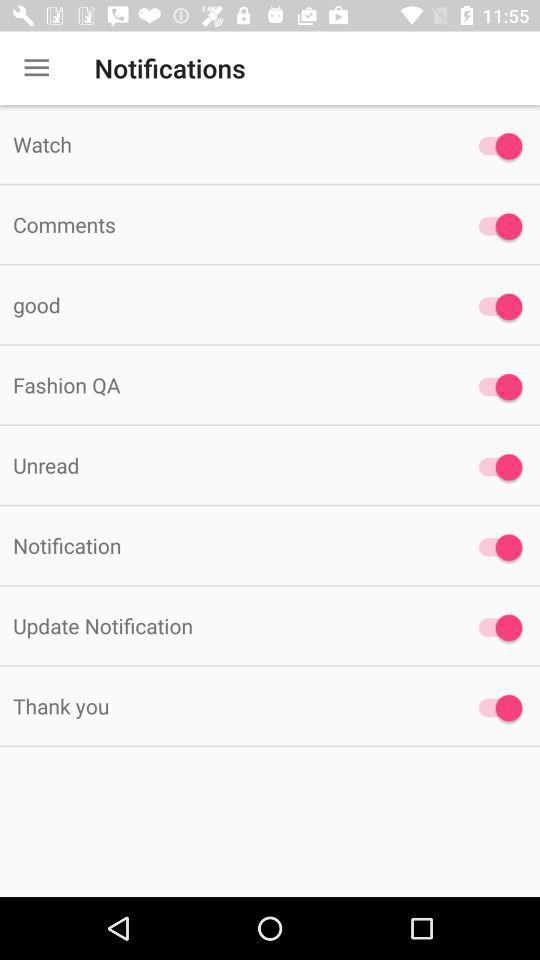 The height and width of the screenshot is (960, 540). I want to click on the item below good item, so click(224, 384).